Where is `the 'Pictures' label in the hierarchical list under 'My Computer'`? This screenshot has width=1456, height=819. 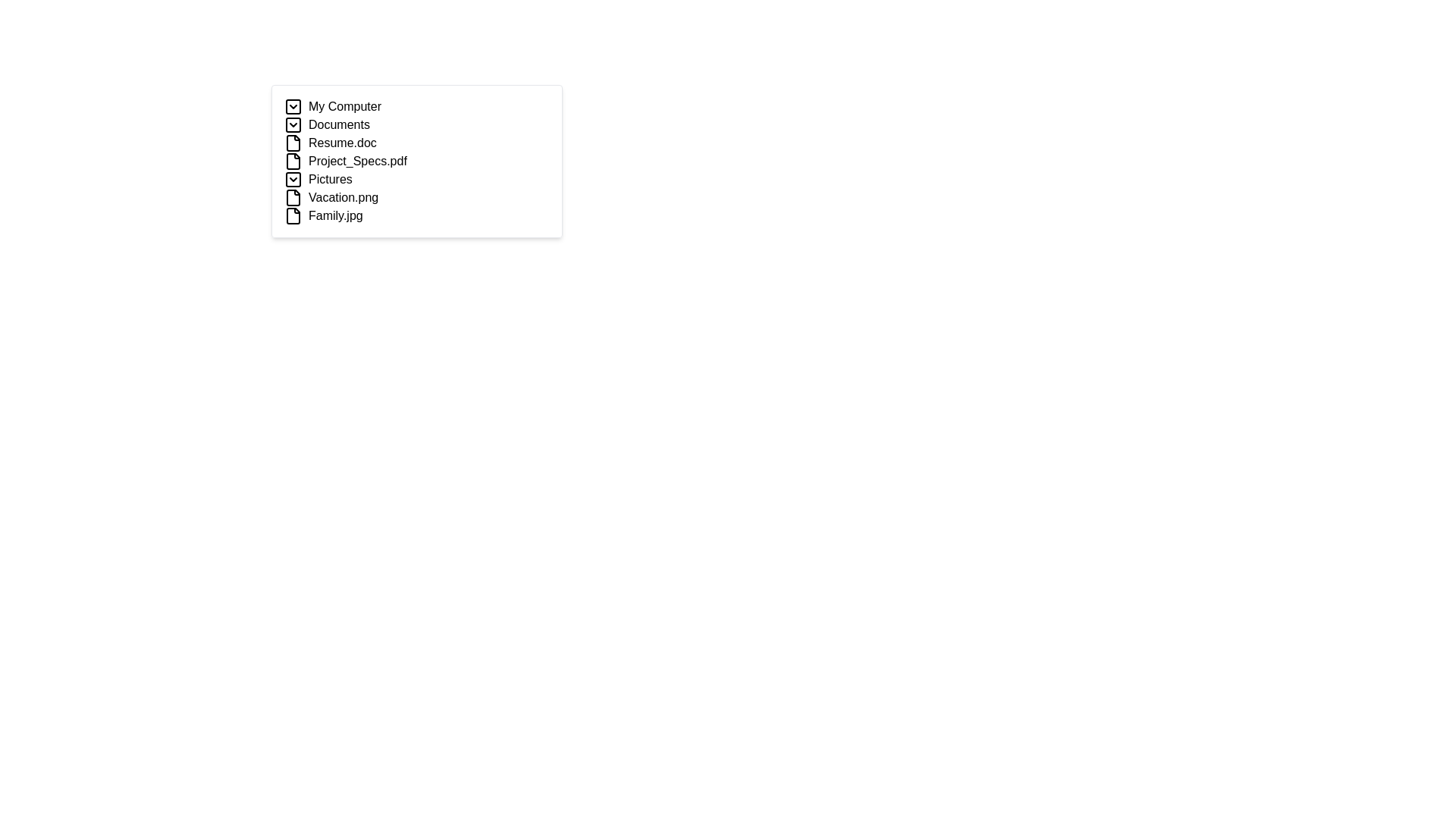
the 'Pictures' label in the hierarchical list under 'My Computer' is located at coordinates (329, 178).